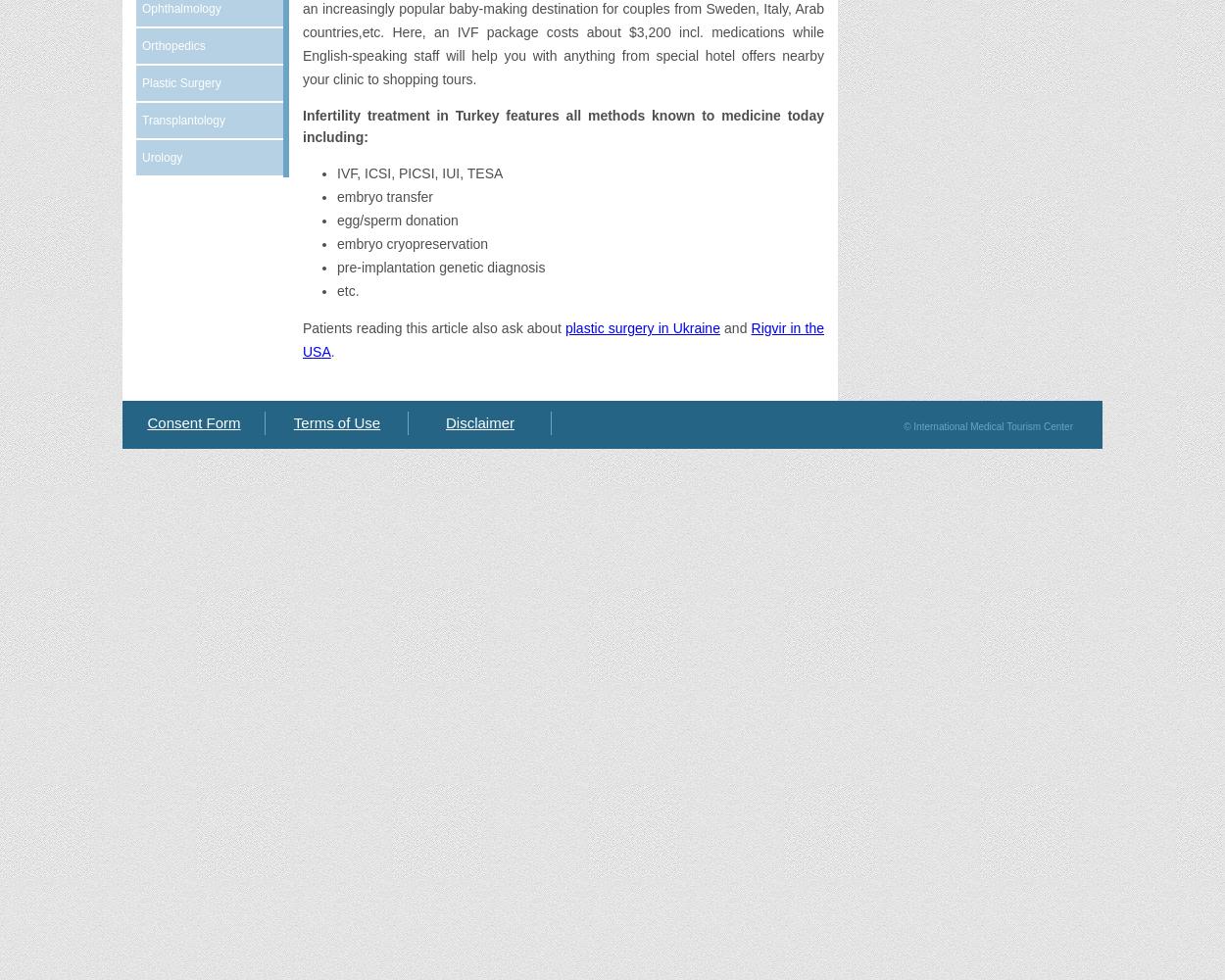 The height and width of the screenshot is (980, 1225). I want to click on 'Patients reading this article also ask about', so click(432, 327).